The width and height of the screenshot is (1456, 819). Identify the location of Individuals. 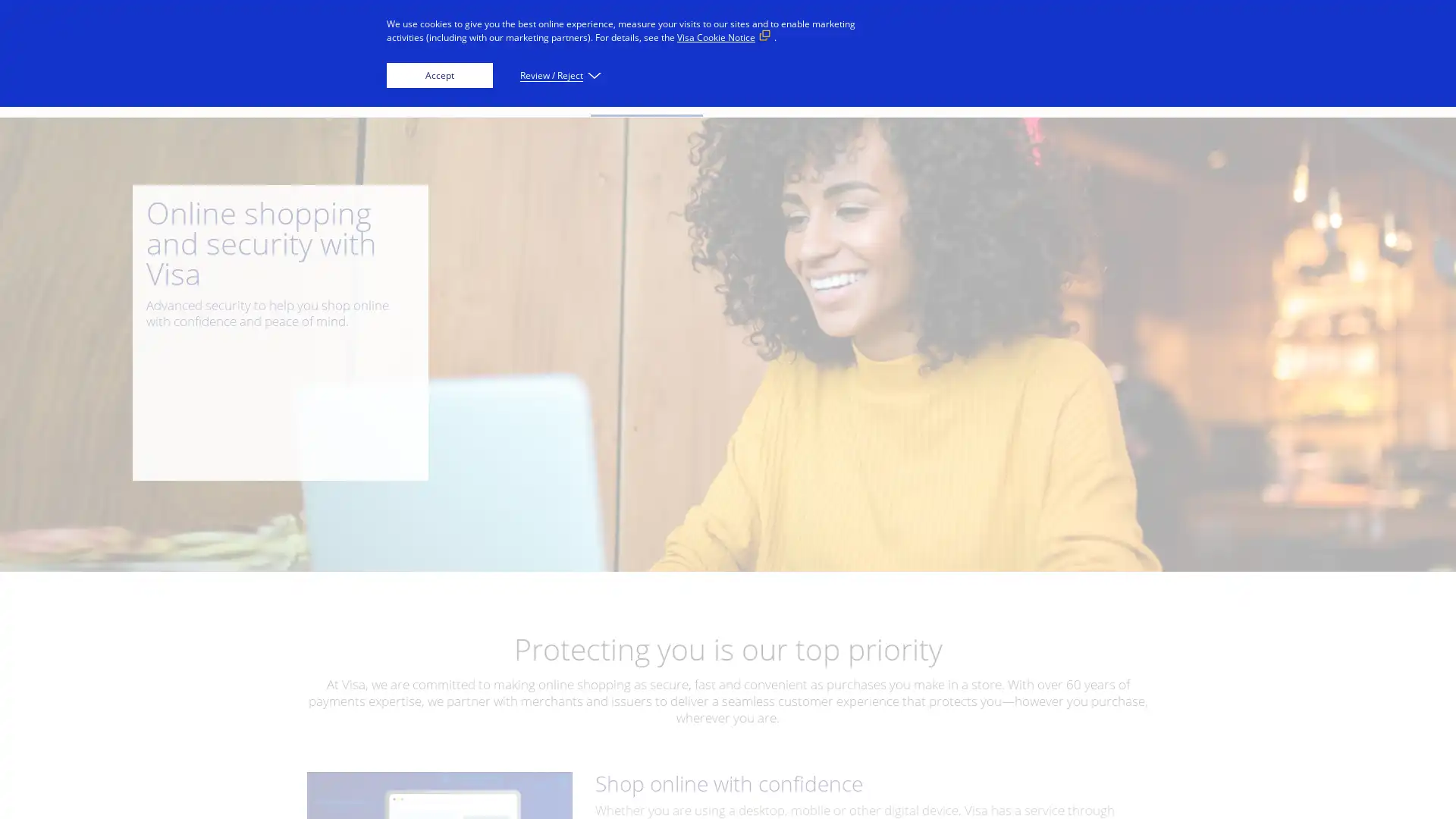
(604, 40).